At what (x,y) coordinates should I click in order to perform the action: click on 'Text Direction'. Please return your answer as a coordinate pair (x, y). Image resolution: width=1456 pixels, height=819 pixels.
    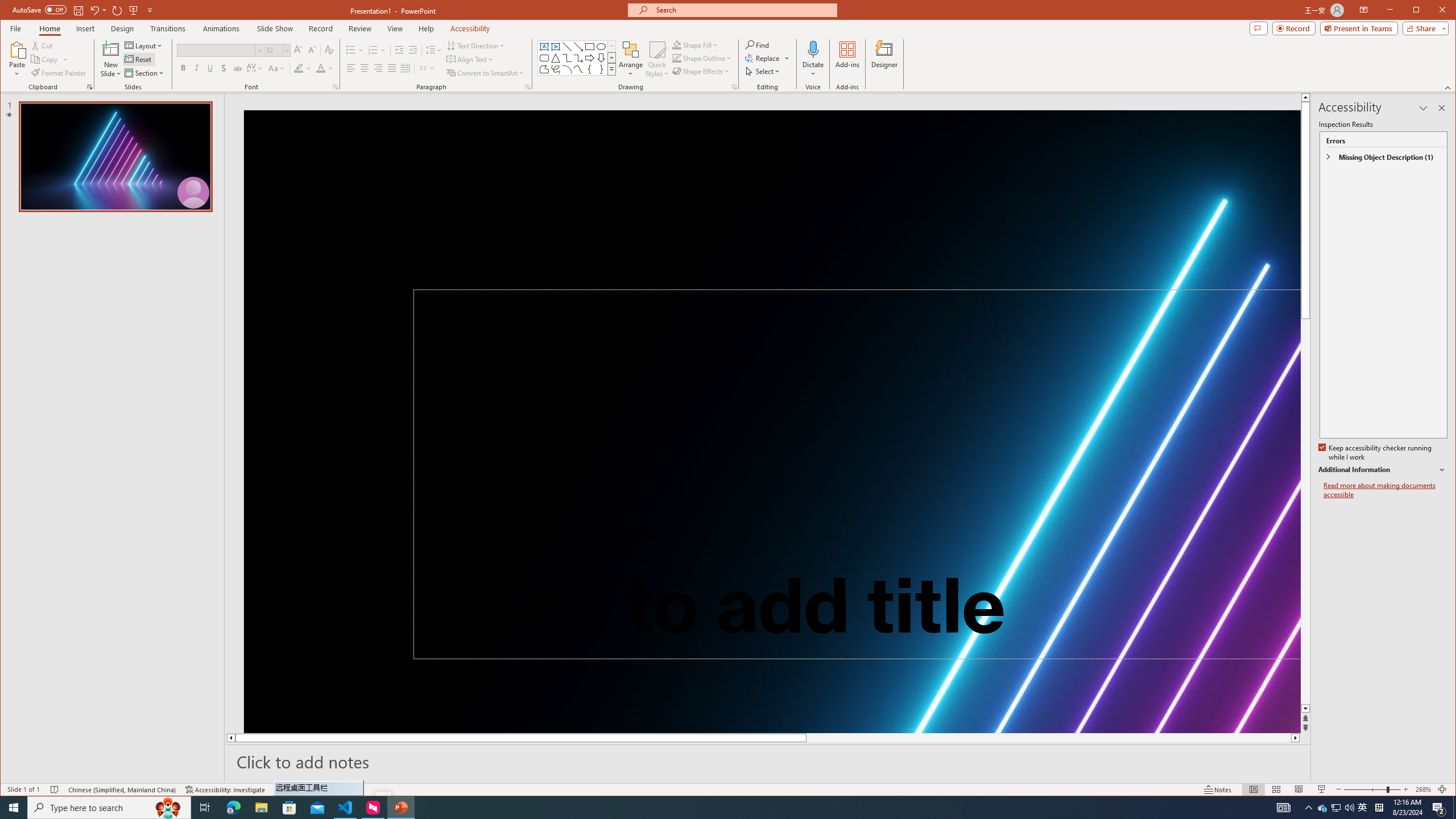
    Looking at the image, I should click on (475, 45).